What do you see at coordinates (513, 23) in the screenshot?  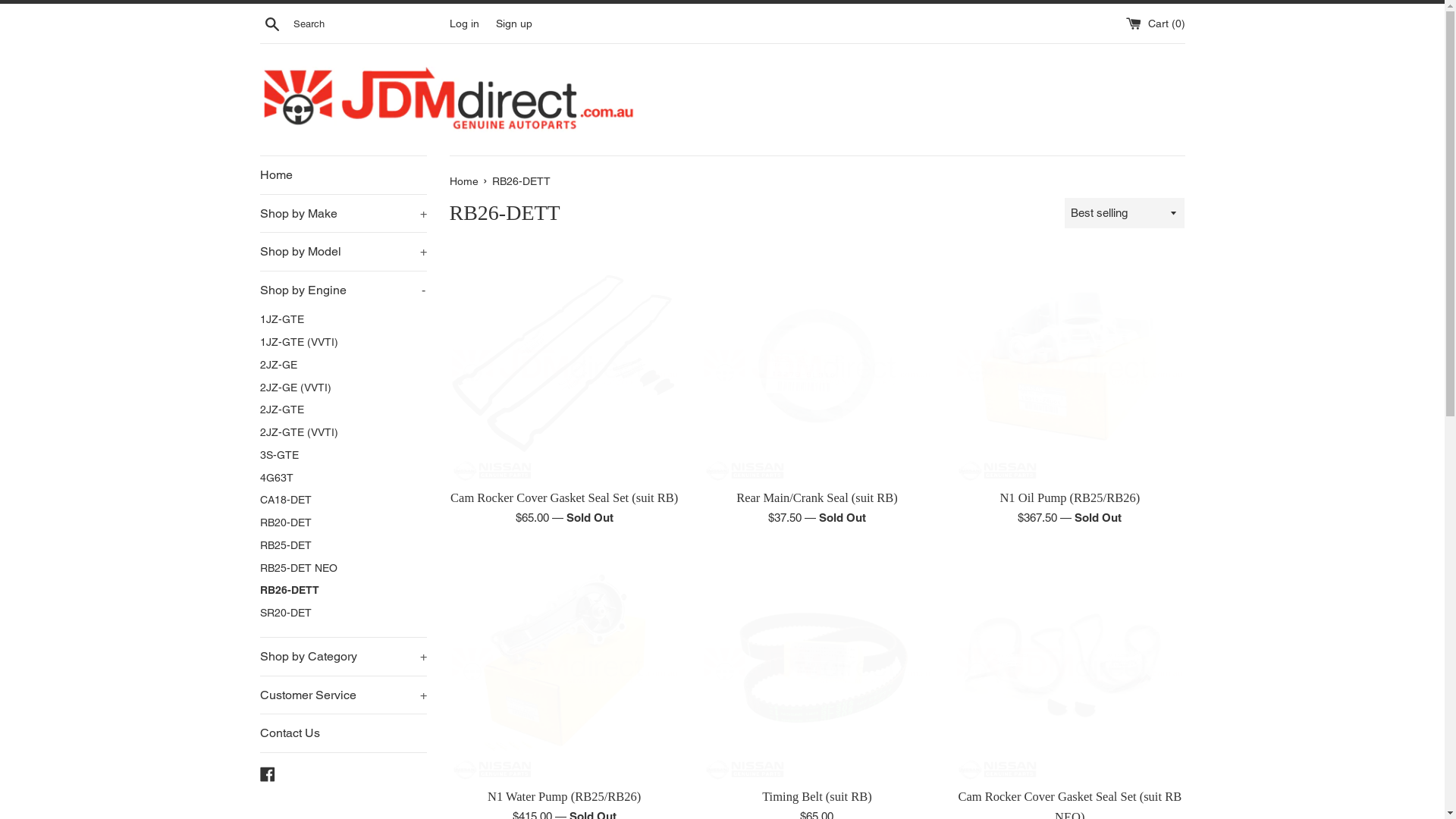 I see `'Sign up'` at bounding box center [513, 23].